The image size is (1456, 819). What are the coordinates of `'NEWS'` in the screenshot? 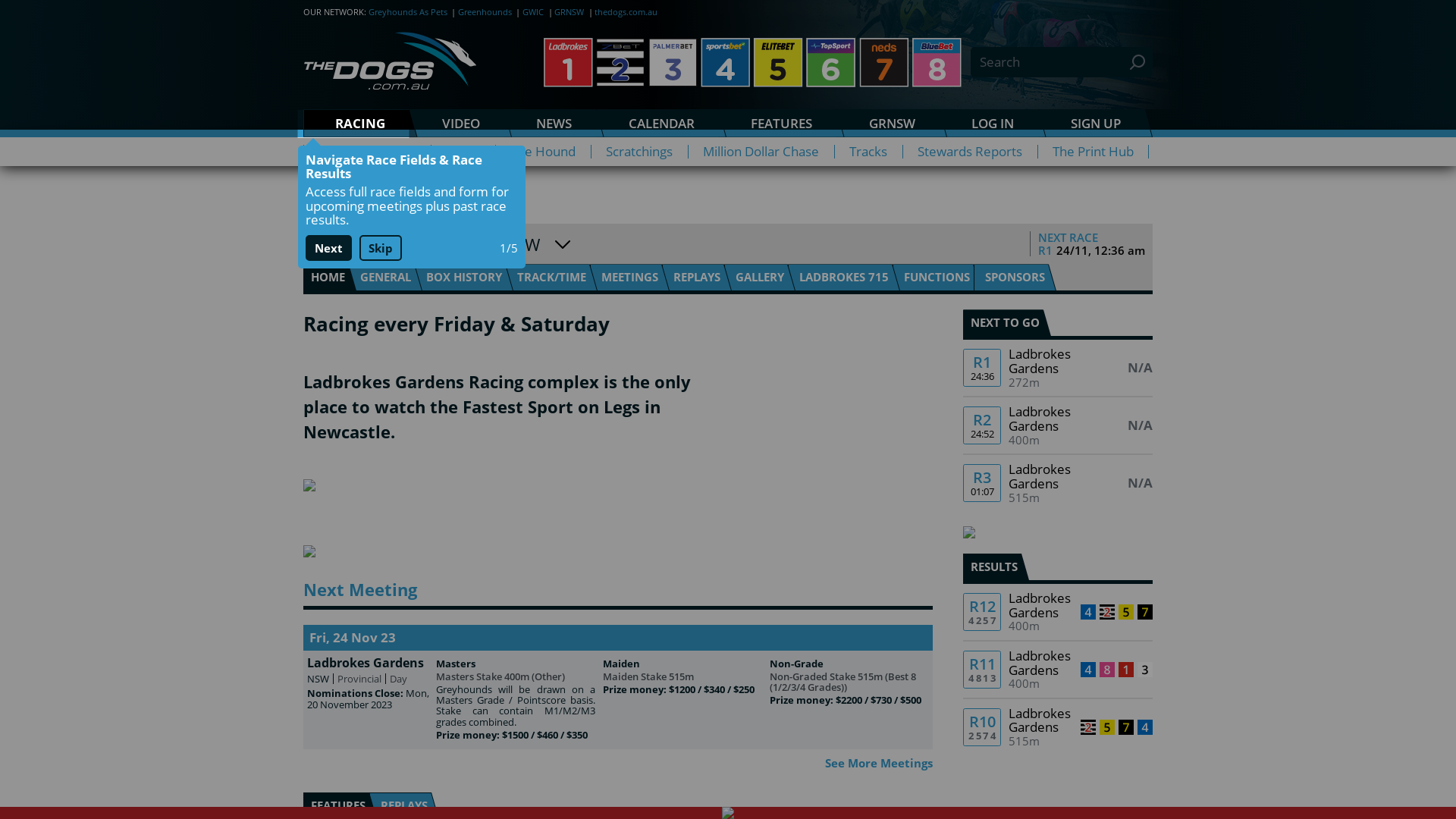 It's located at (553, 122).